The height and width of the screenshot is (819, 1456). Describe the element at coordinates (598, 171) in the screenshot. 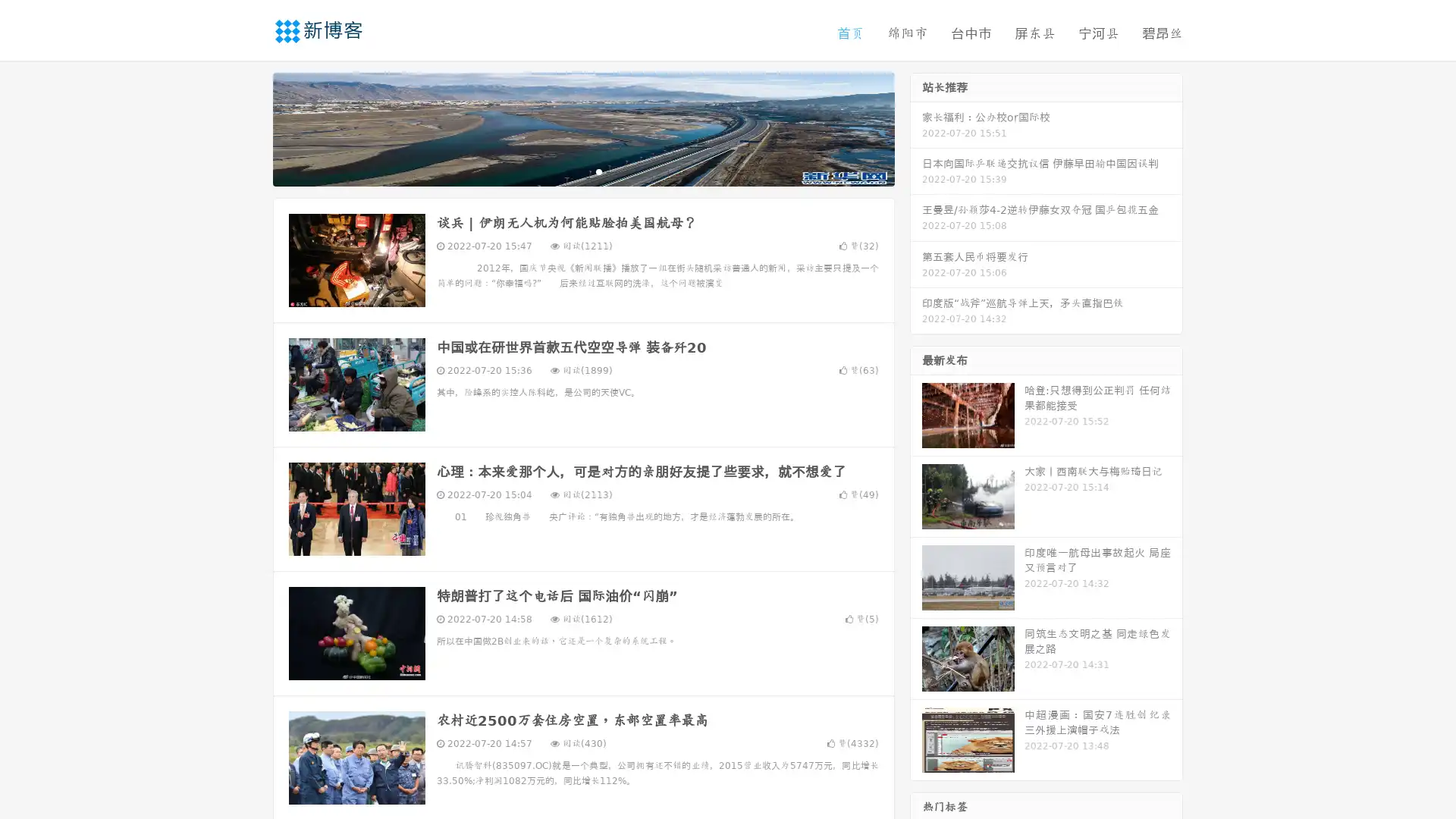

I see `Go to slide 3` at that location.